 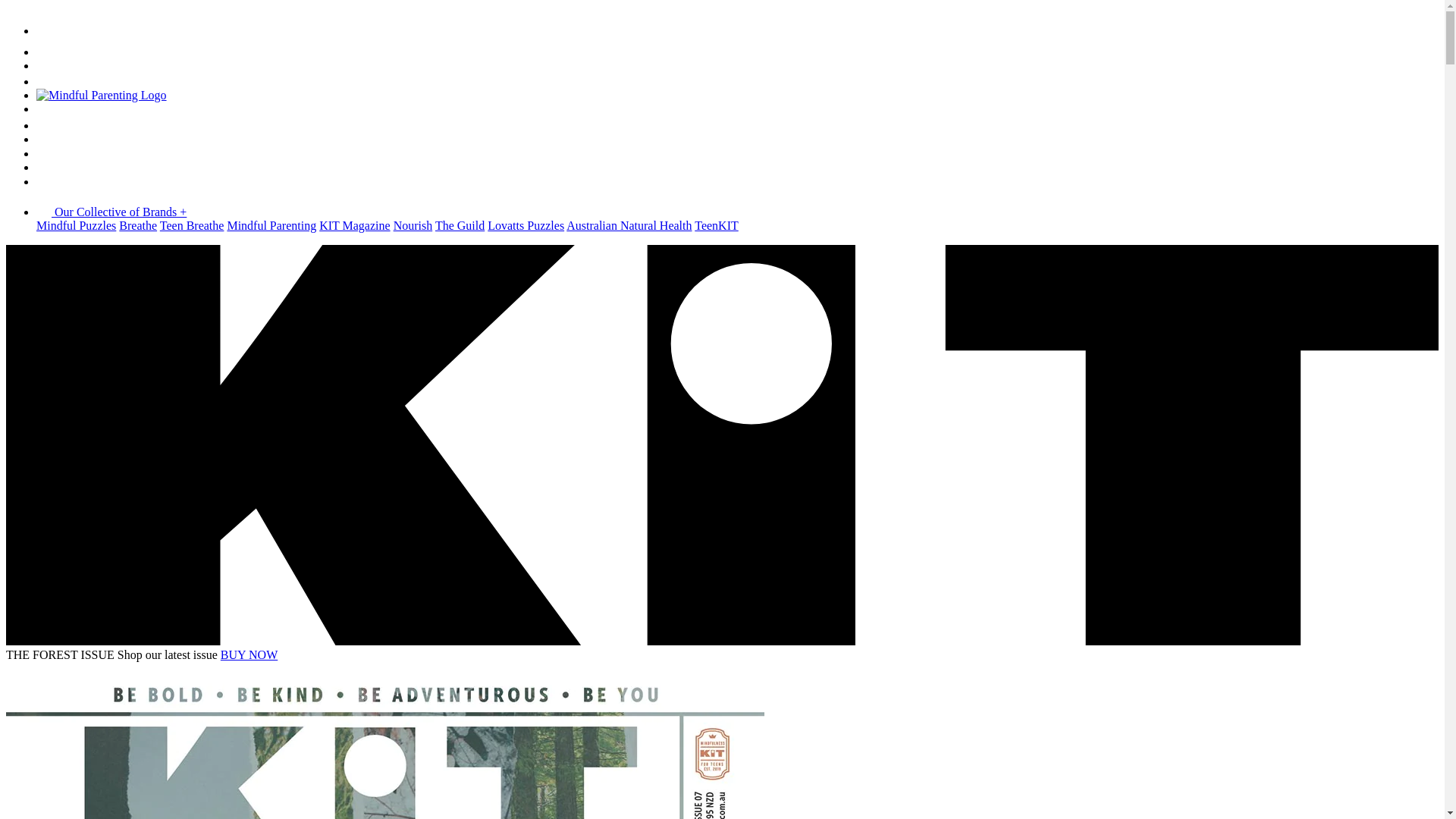 I want to click on 'Breathe', so click(x=138, y=225).